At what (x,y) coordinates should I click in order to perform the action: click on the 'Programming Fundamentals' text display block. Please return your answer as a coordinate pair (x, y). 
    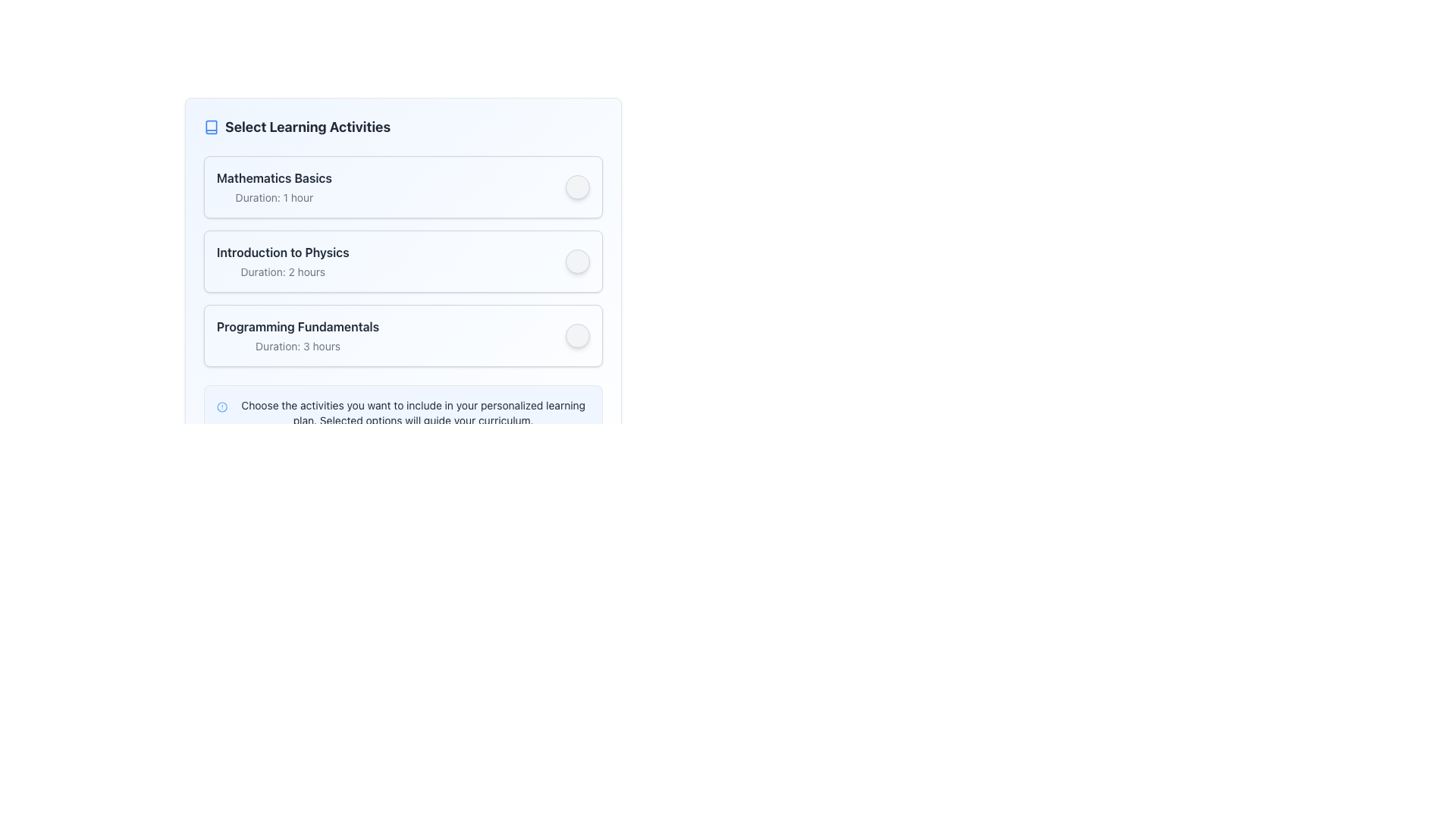
    Looking at the image, I should click on (298, 335).